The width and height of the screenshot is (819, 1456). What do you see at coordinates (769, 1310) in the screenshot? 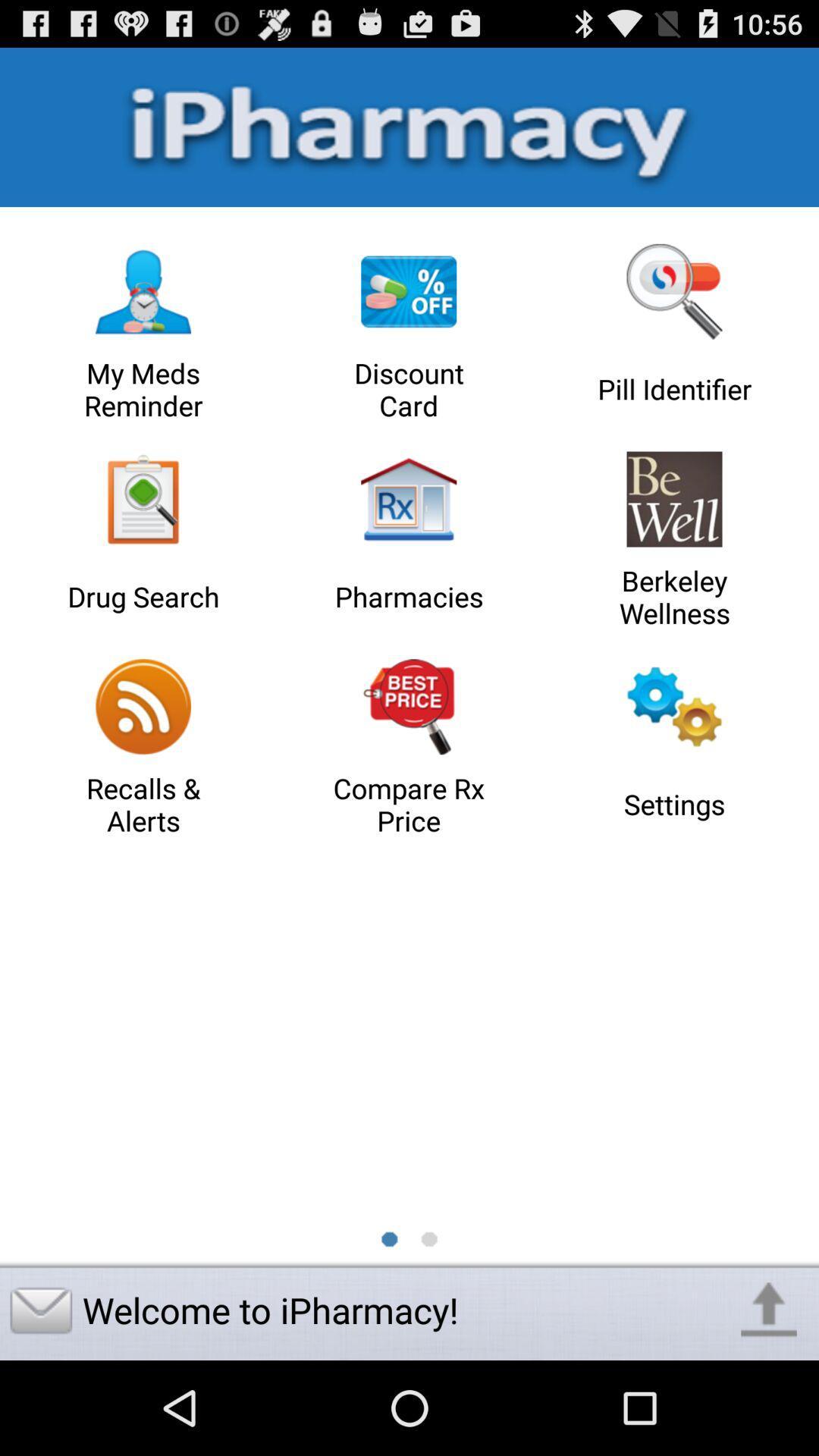
I see `download option` at bounding box center [769, 1310].